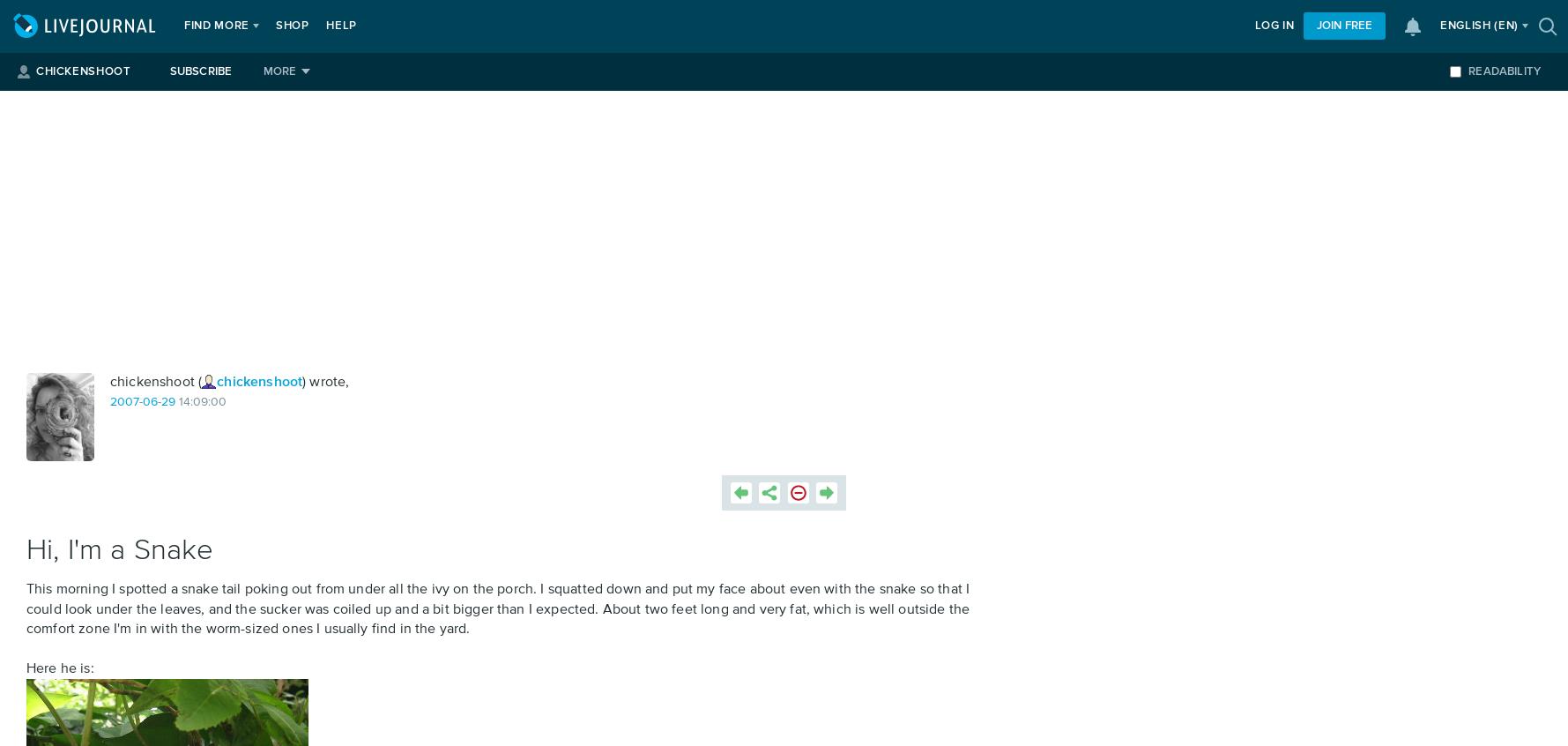 The image size is (1568, 746). What do you see at coordinates (109, 381) in the screenshot?
I see `'chickenshoot ('` at bounding box center [109, 381].